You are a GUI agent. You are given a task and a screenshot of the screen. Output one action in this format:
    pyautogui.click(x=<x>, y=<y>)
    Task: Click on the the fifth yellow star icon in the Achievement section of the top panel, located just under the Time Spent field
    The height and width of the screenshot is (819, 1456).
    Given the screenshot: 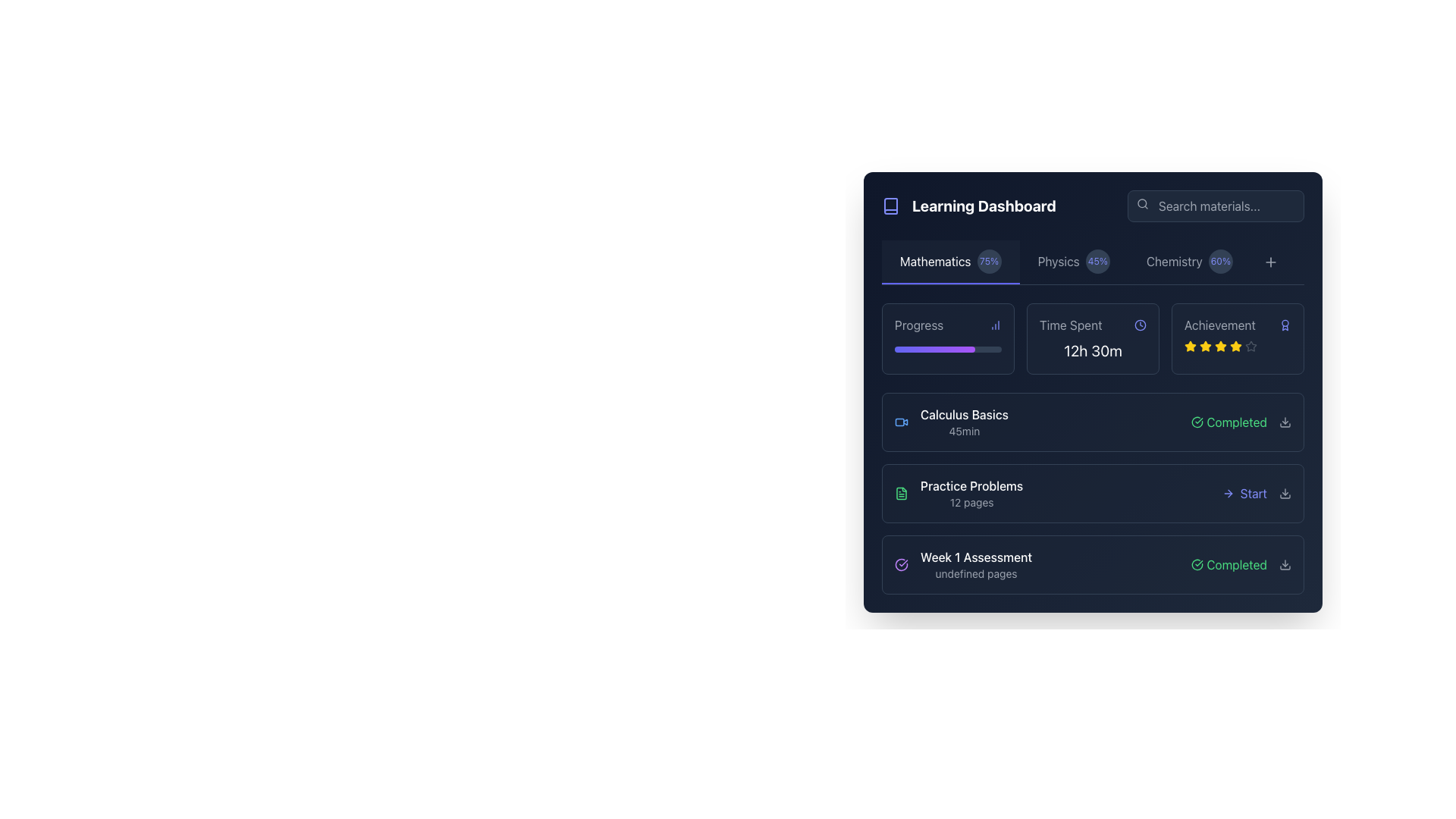 What is the action you would take?
    pyautogui.click(x=1236, y=346)
    